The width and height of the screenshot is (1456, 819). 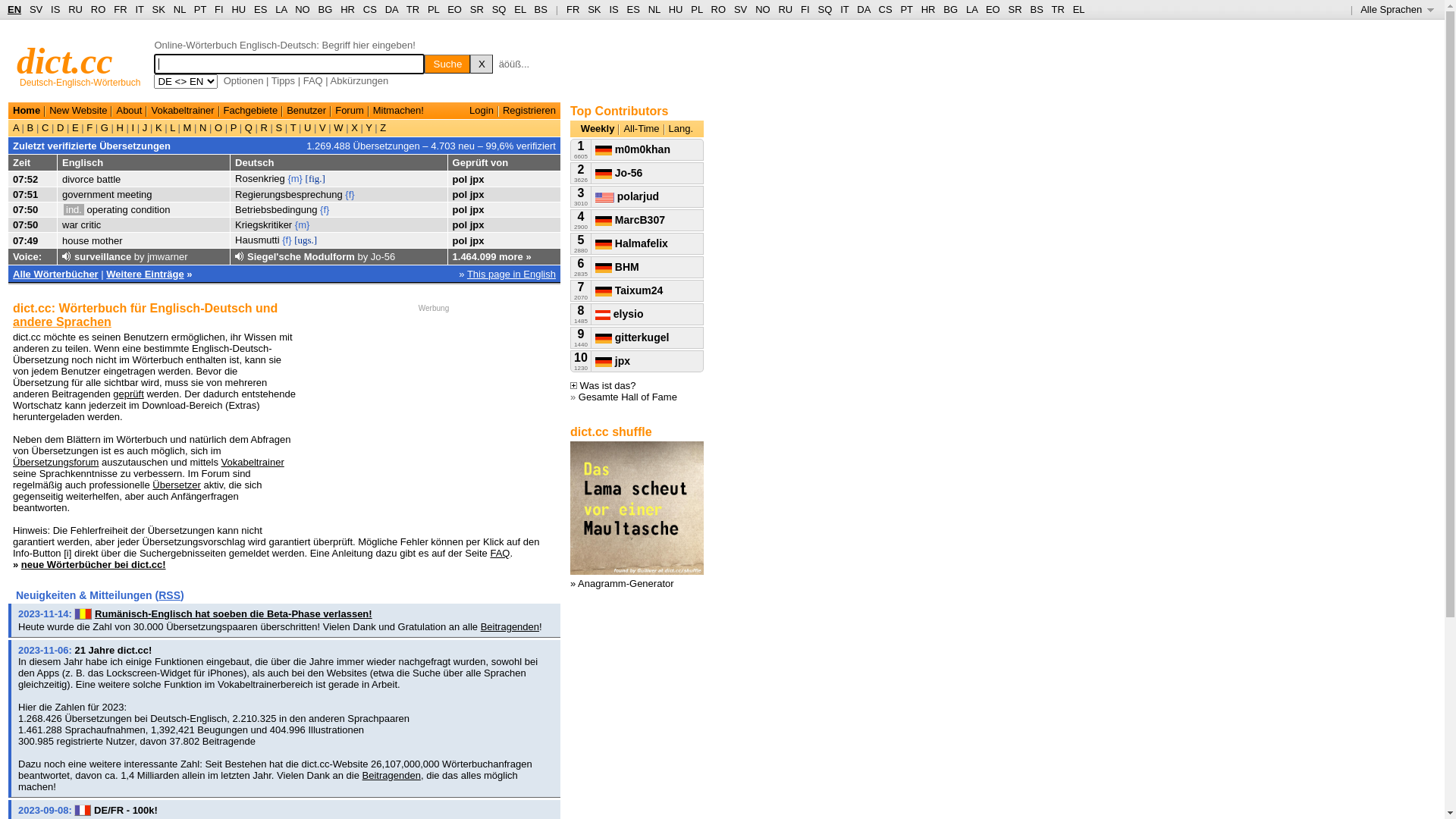 I want to click on 'C', so click(x=45, y=127).